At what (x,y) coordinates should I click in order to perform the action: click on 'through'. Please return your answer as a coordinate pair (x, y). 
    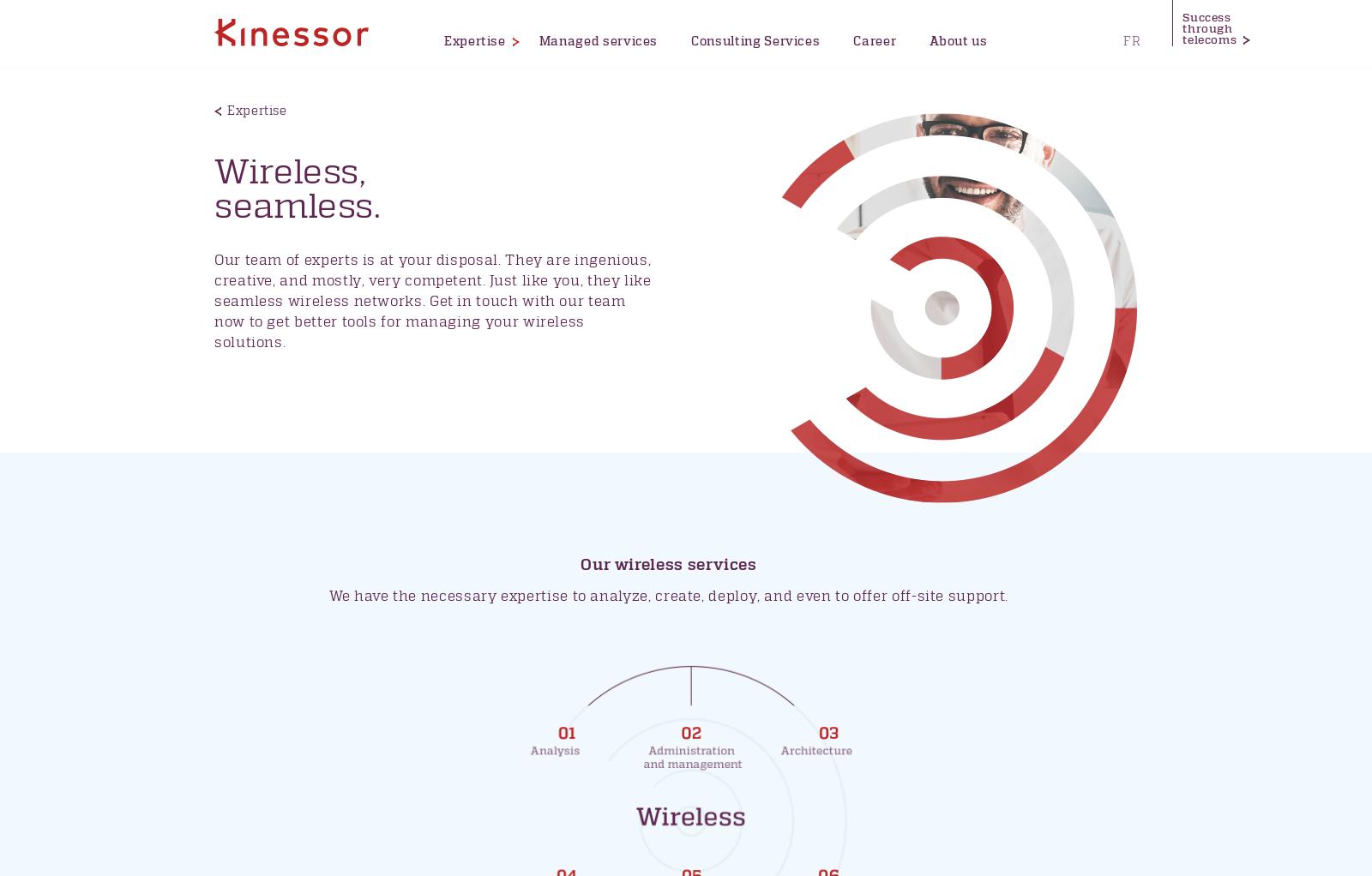
    Looking at the image, I should click on (1182, 28).